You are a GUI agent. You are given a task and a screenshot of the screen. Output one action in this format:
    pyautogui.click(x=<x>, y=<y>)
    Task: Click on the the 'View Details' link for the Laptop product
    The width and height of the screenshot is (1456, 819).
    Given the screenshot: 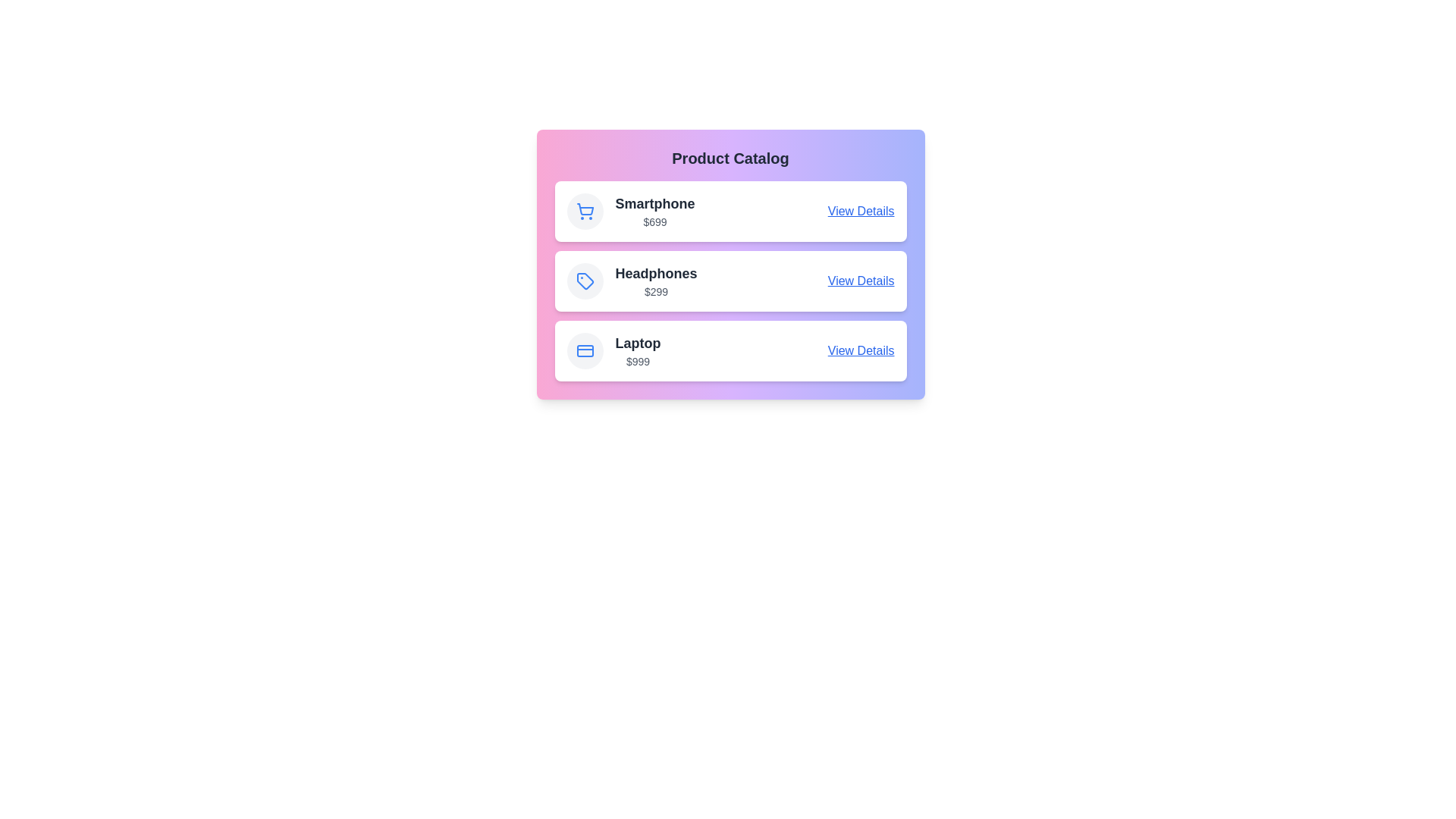 What is the action you would take?
    pyautogui.click(x=861, y=350)
    